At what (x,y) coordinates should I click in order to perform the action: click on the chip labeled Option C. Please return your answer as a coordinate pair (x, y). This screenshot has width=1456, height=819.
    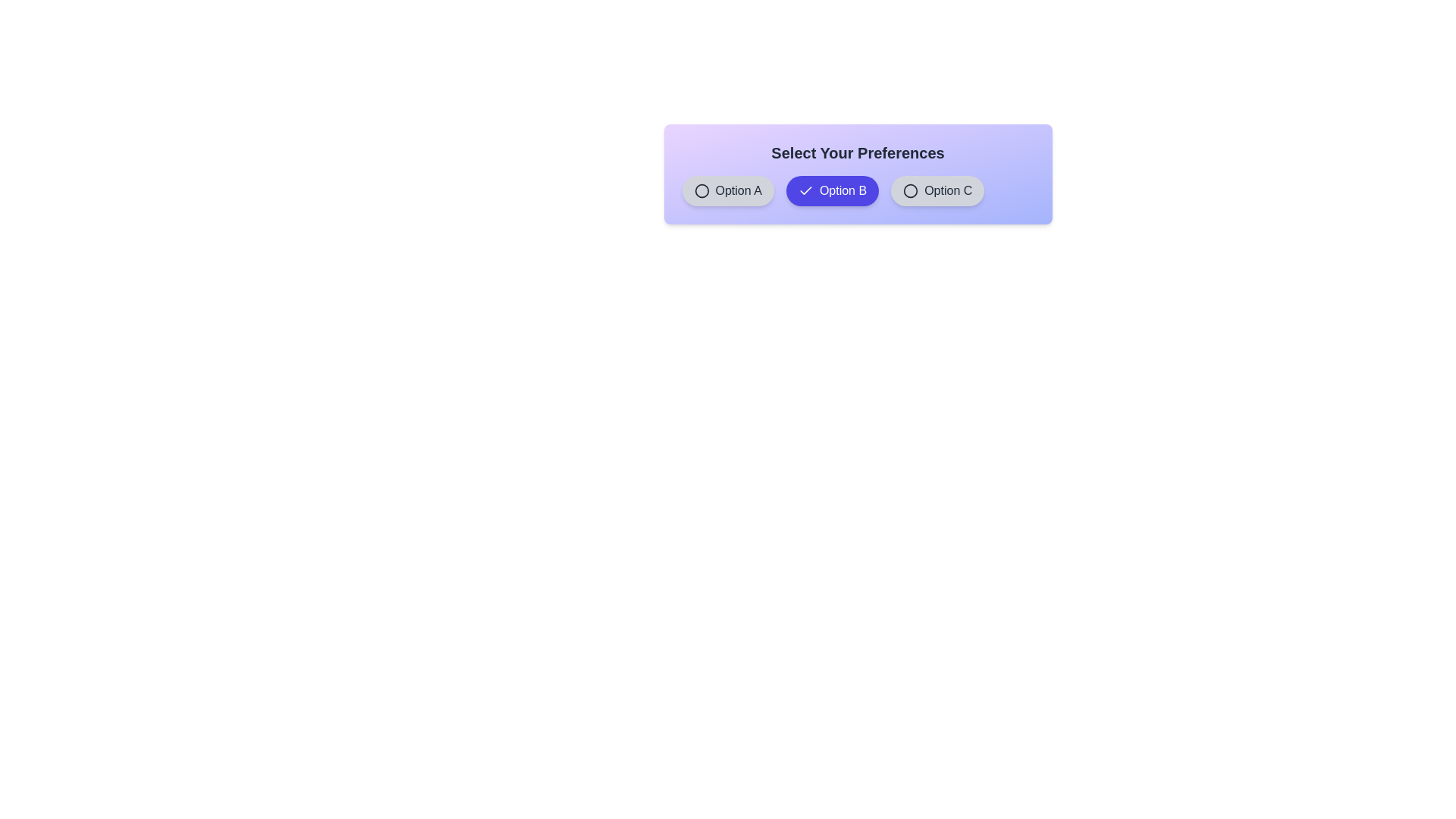
    Looking at the image, I should click on (937, 190).